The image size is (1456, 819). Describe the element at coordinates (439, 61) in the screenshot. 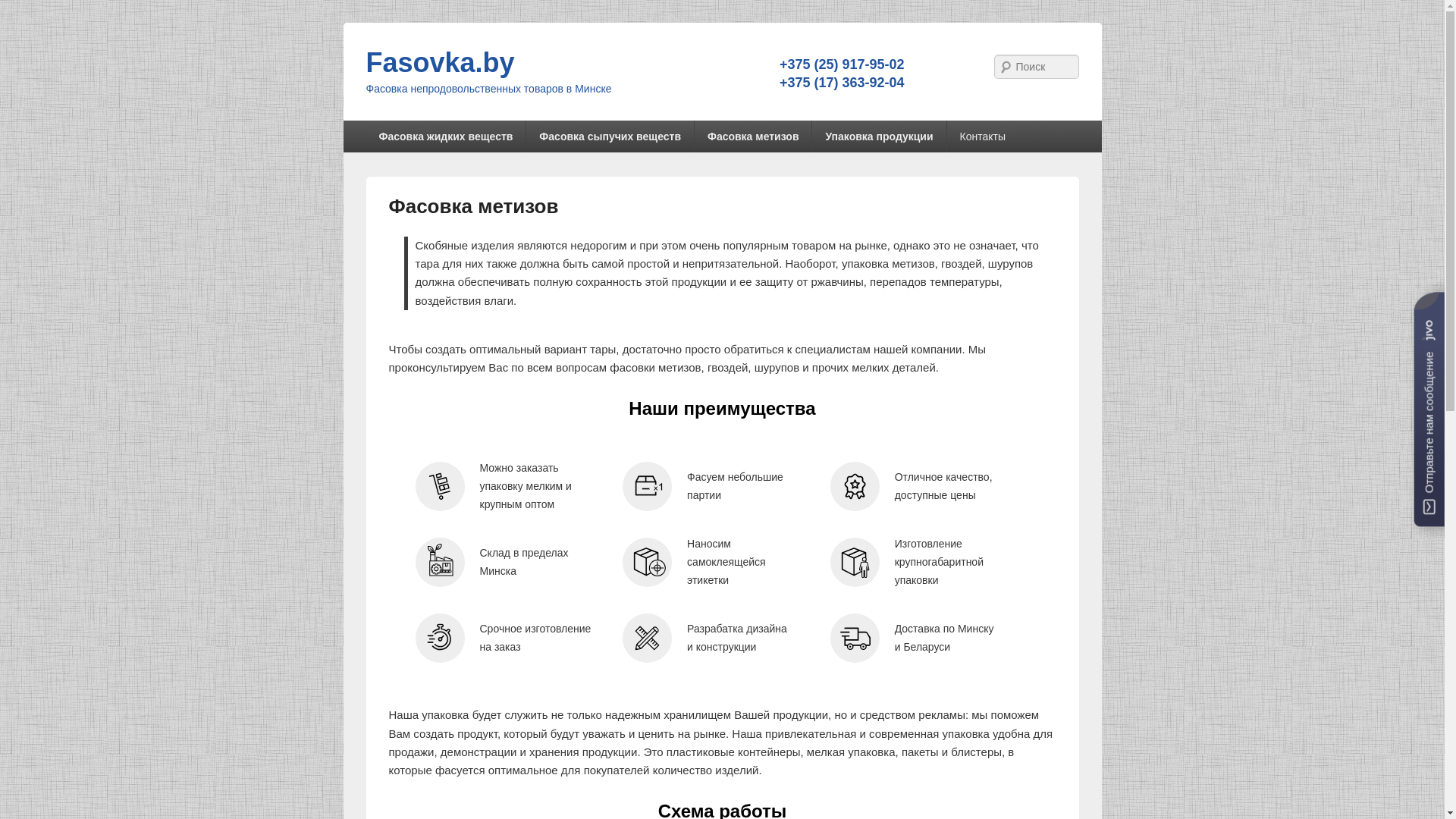

I see `'Fasovka.by'` at that location.